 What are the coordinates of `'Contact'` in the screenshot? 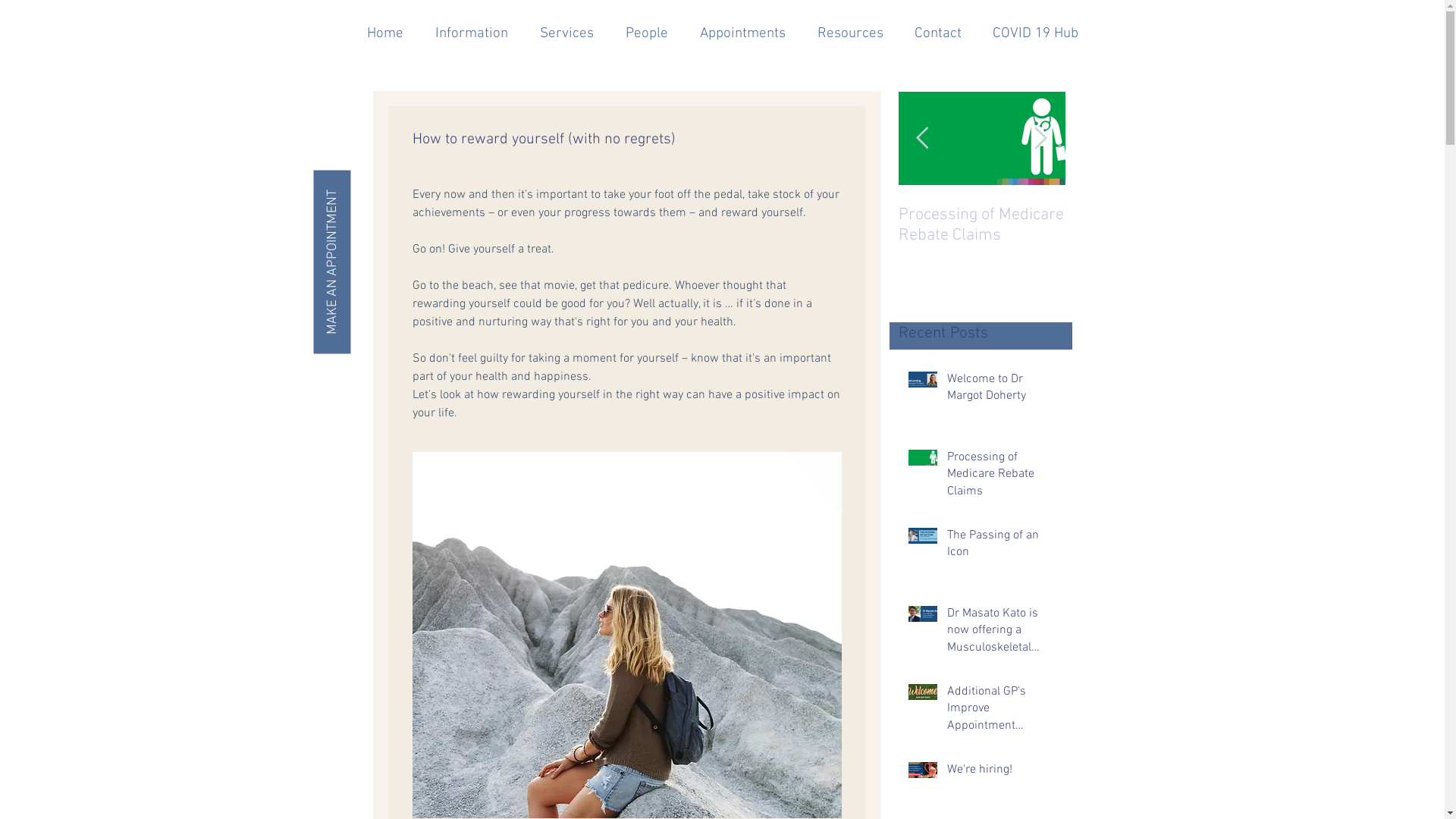 It's located at (937, 33).